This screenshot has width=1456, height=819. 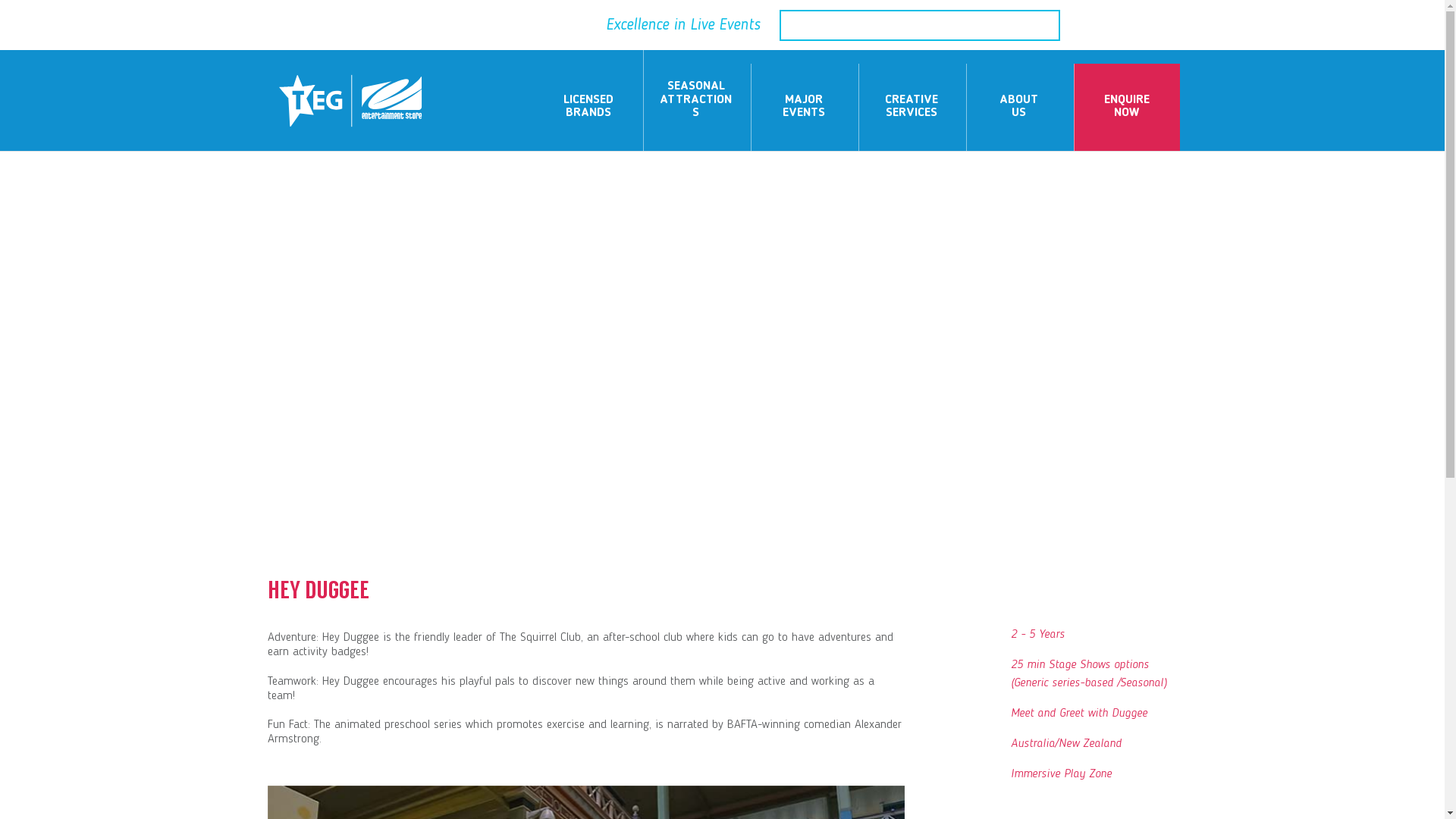 I want to click on 'CREATIVE SERVICES', so click(x=858, y=106).